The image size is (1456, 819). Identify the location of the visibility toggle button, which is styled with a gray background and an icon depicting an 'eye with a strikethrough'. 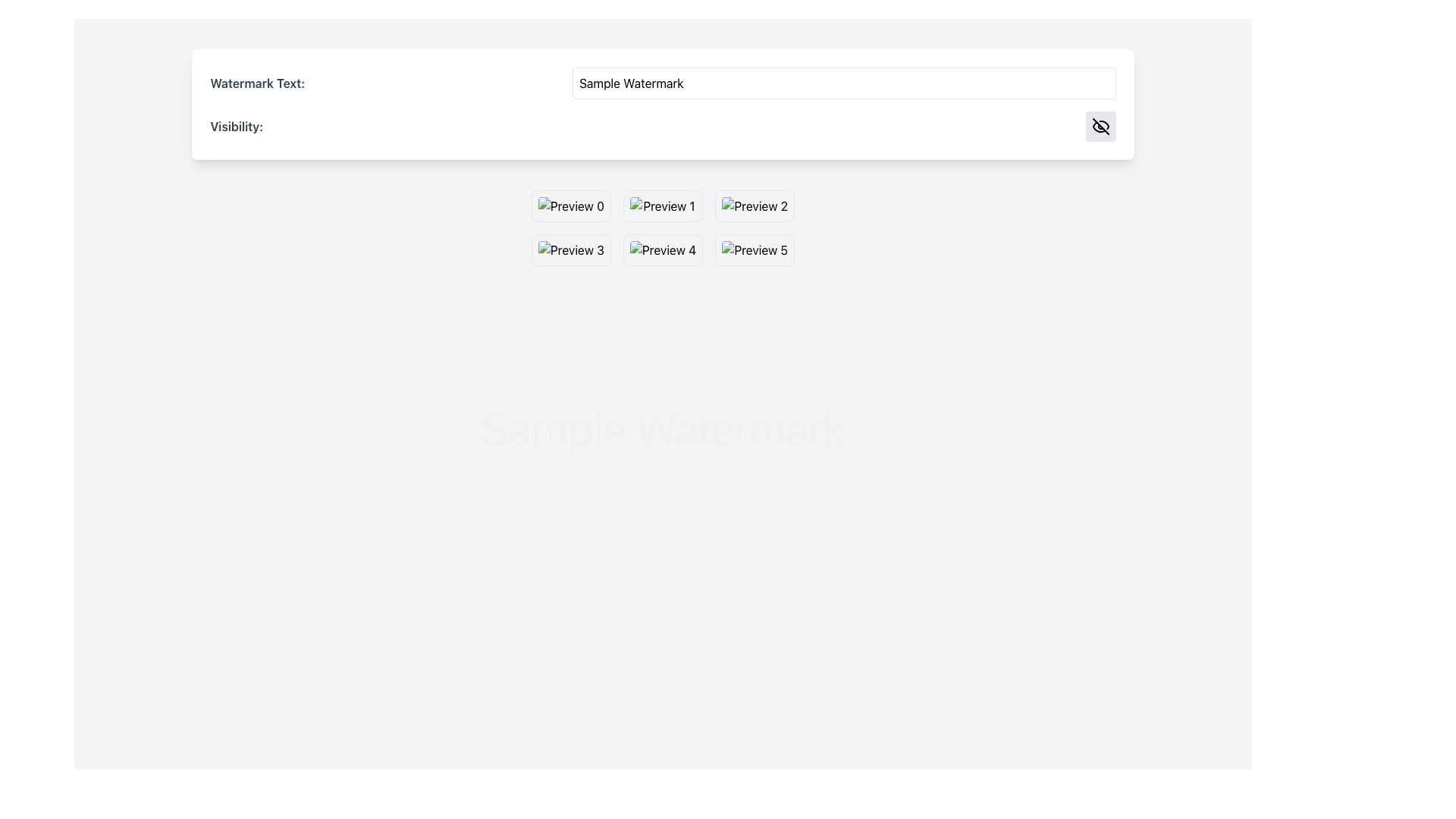
(1100, 125).